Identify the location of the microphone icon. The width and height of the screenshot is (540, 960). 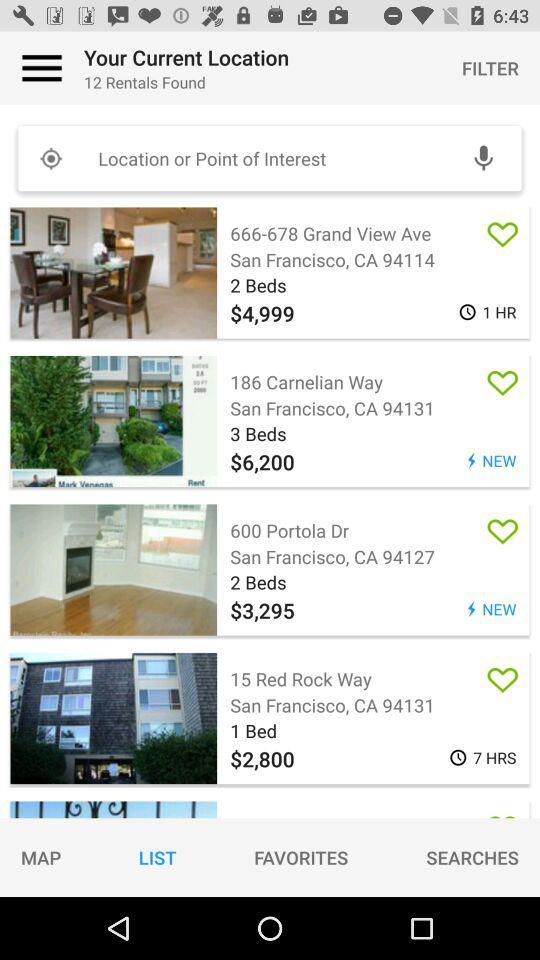
(482, 157).